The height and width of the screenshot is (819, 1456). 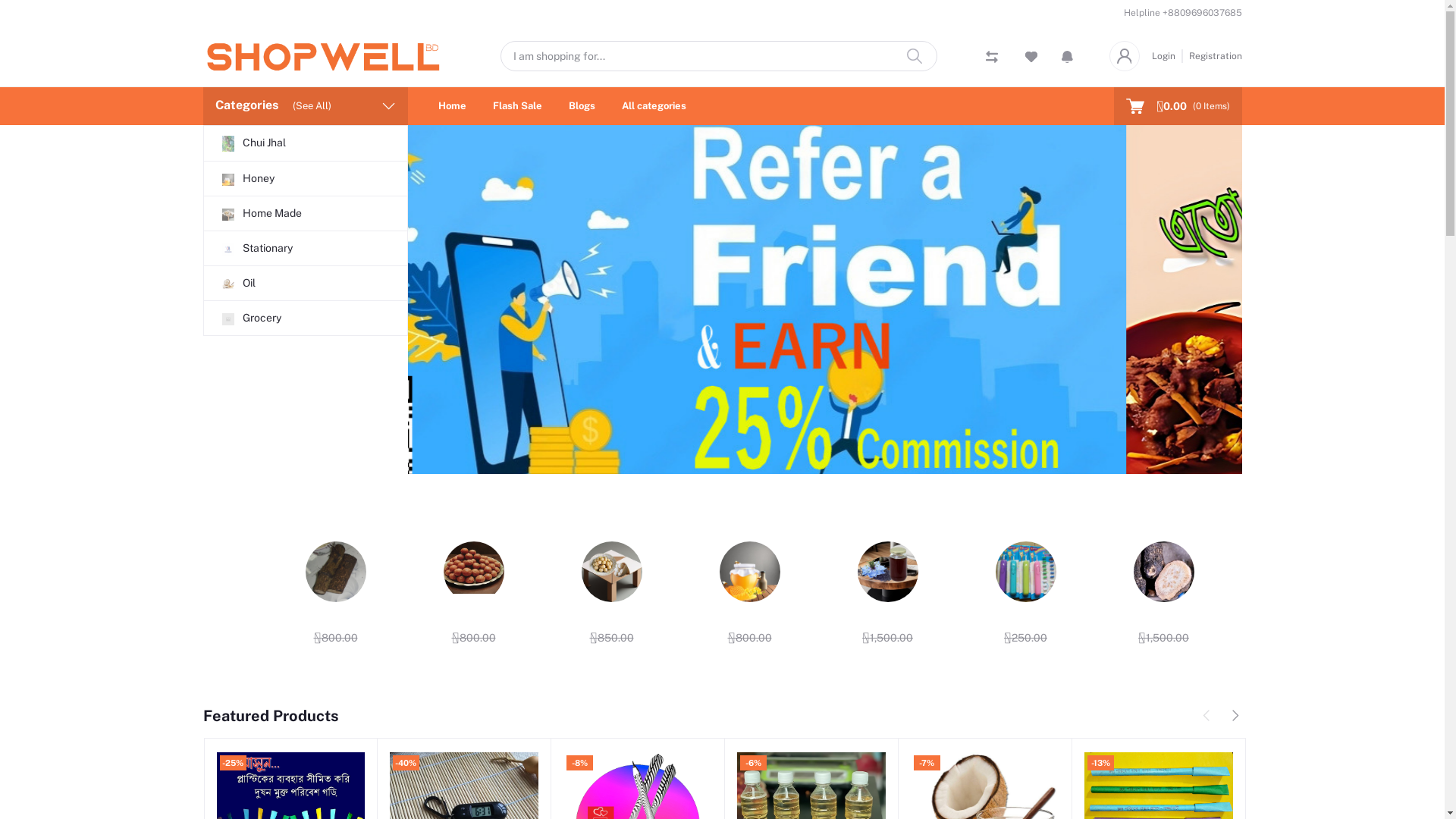 What do you see at coordinates (304, 143) in the screenshot?
I see `'Chui Jhal'` at bounding box center [304, 143].